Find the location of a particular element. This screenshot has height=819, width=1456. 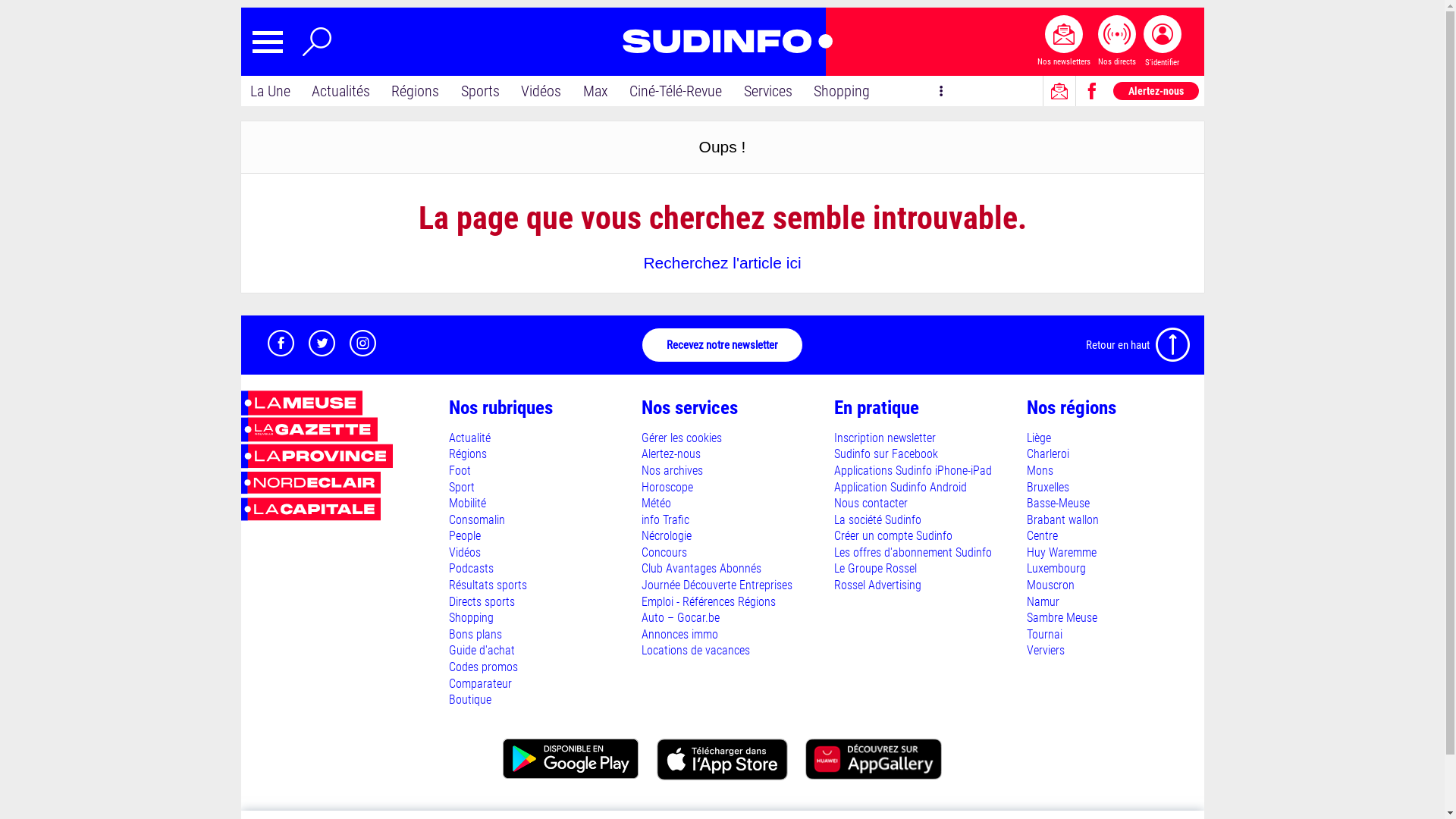

'Applications Sudinfo iPhone-iPad' is located at coordinates (912, 469).